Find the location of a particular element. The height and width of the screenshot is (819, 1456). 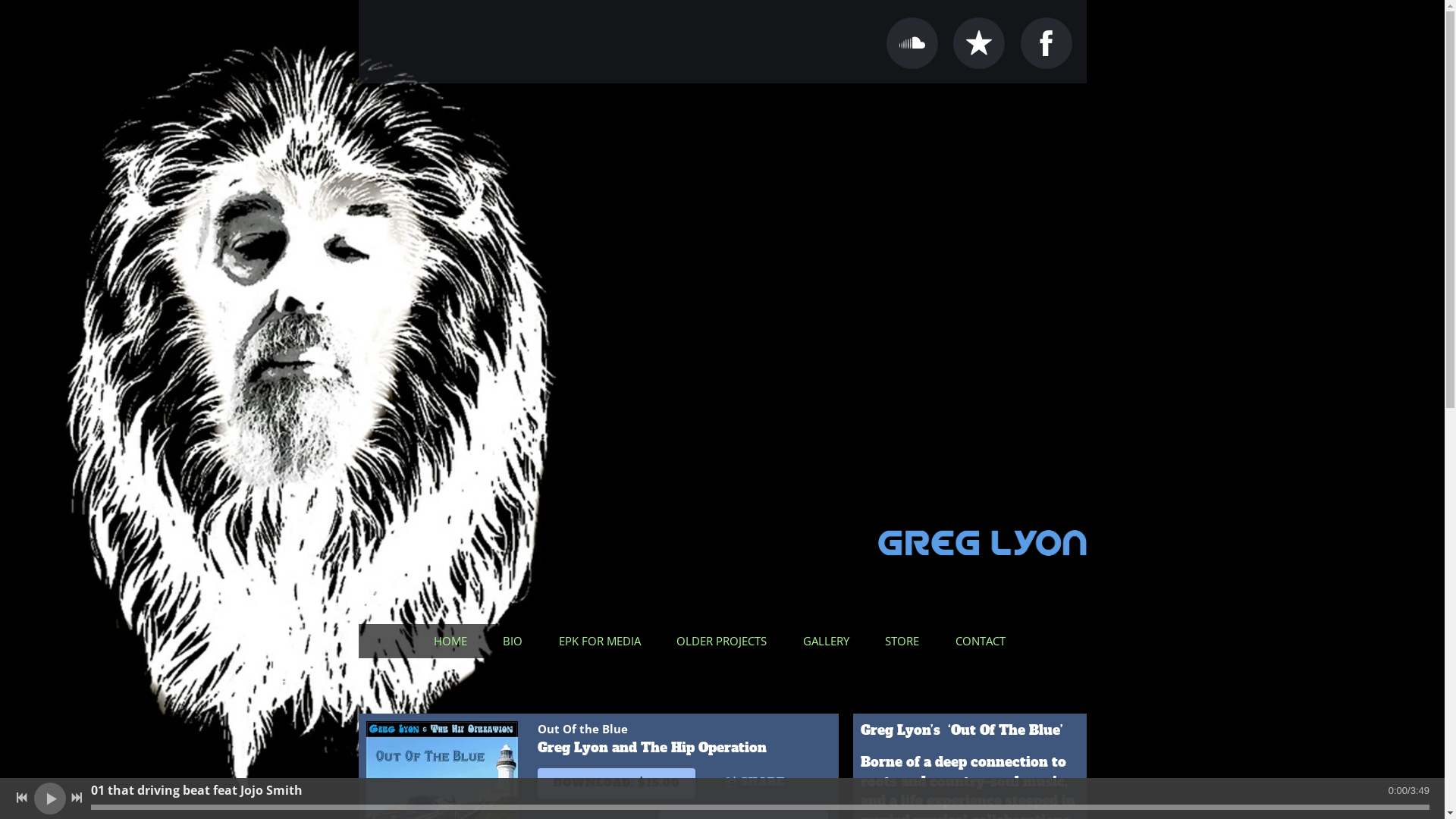

'http://soundcloud.com/greglyon' is located at coordinates (912, 42).